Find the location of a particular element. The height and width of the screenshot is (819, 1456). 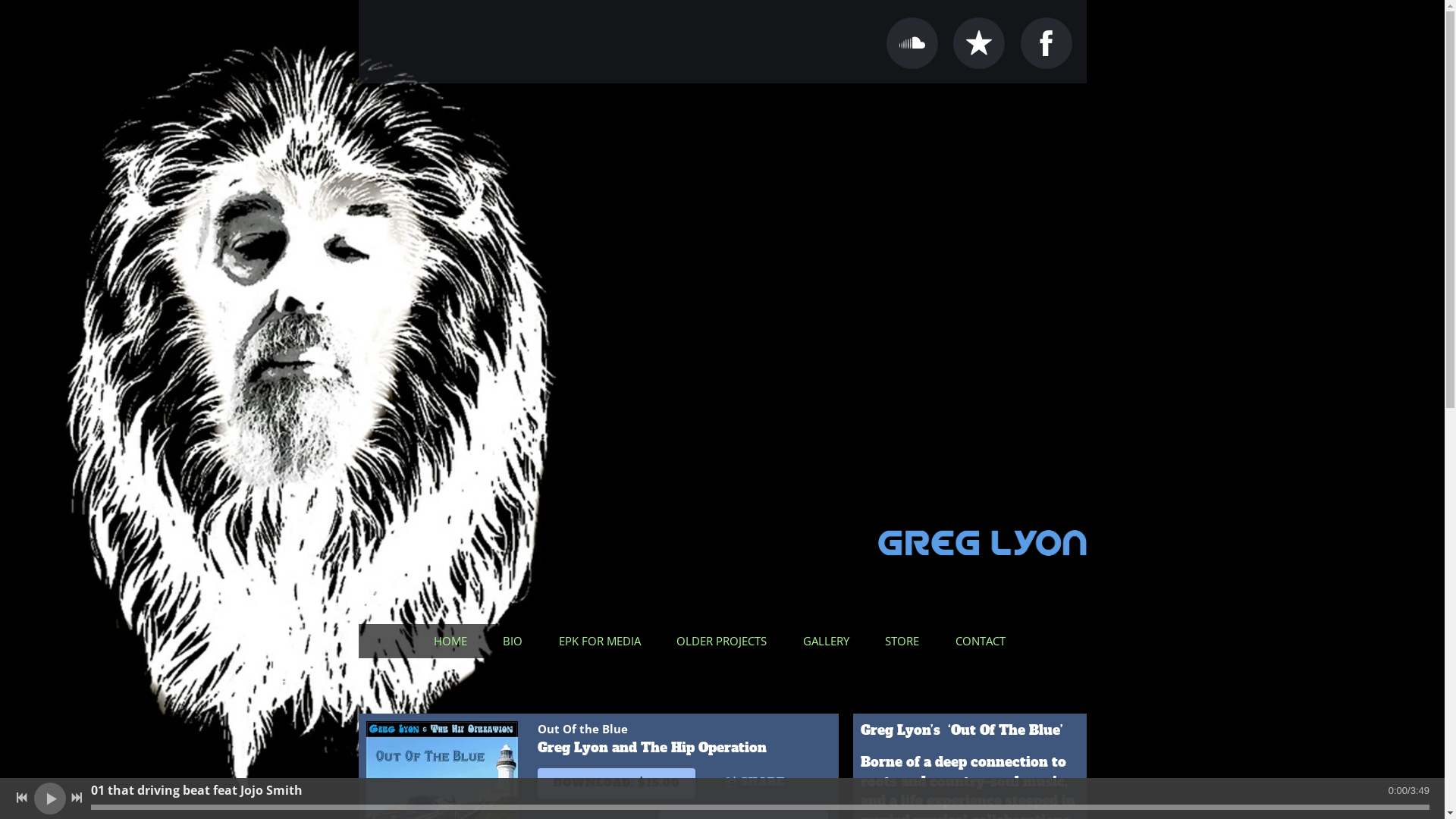

'http://soundcloud.com/greglyon' is located at coordinates (912, 42).